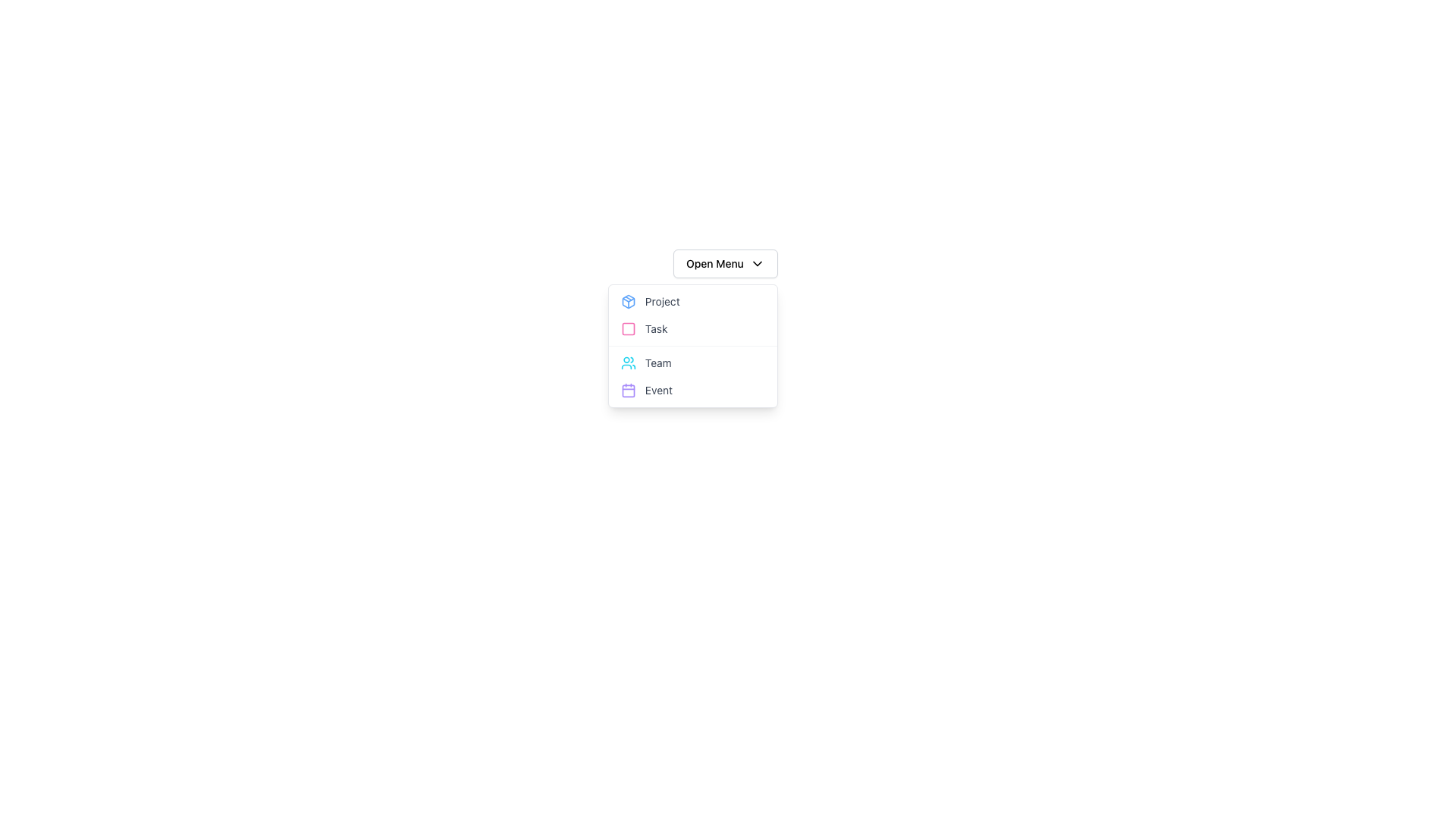 Image resolution: width=1456 pixels, height=819 pixels. Describe the element at coordinates (628, 390) in the screenshot. I see `the inner rectangle of the calendar icon representing the 'Event' option located in the bottom right corner of a vertical list menu` at that location.